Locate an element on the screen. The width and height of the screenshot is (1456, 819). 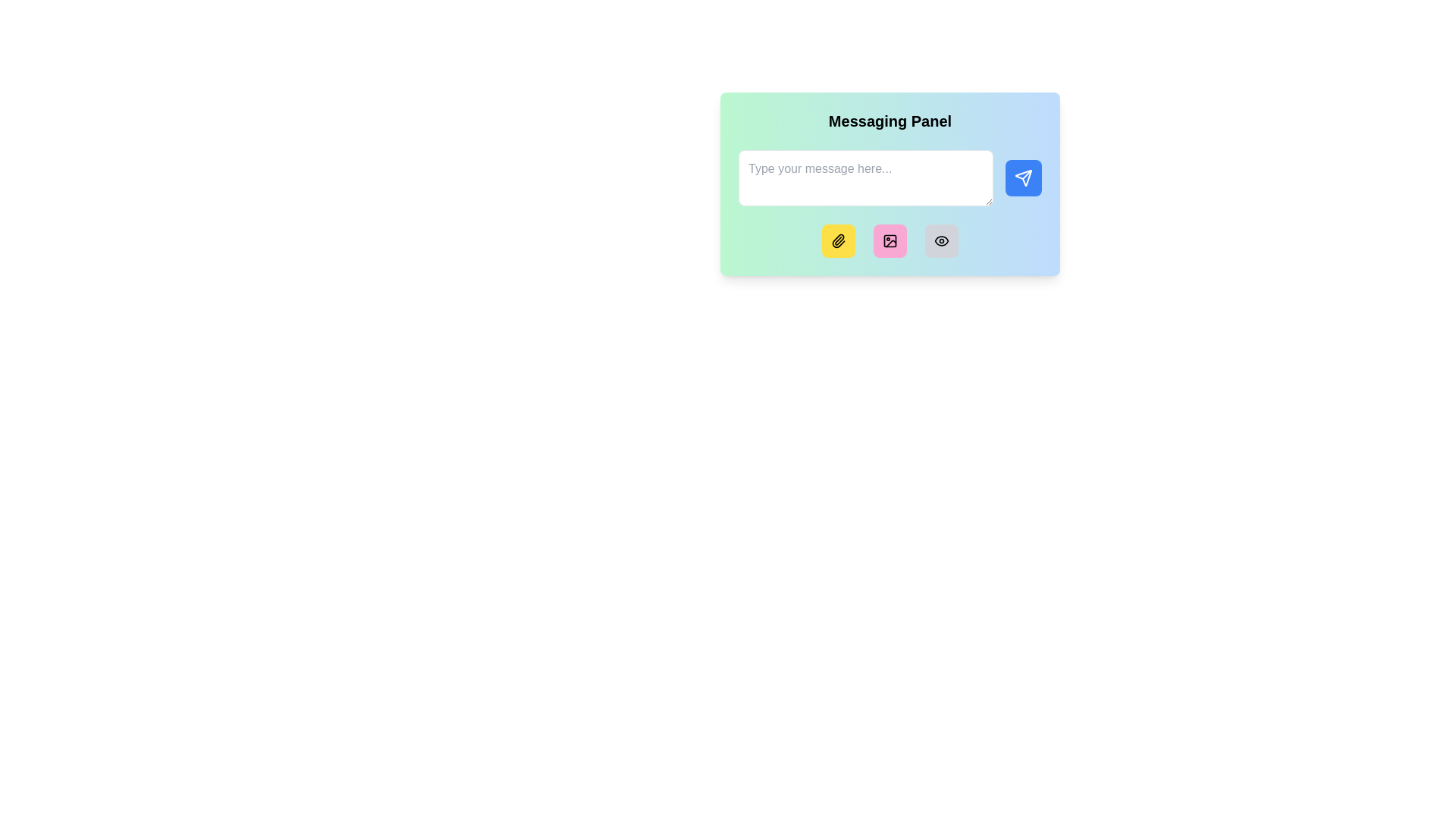
the attachment icon located in the second yellow button from the left, which allows the user to attach files or links to a message is located at coordinates (837, 240).